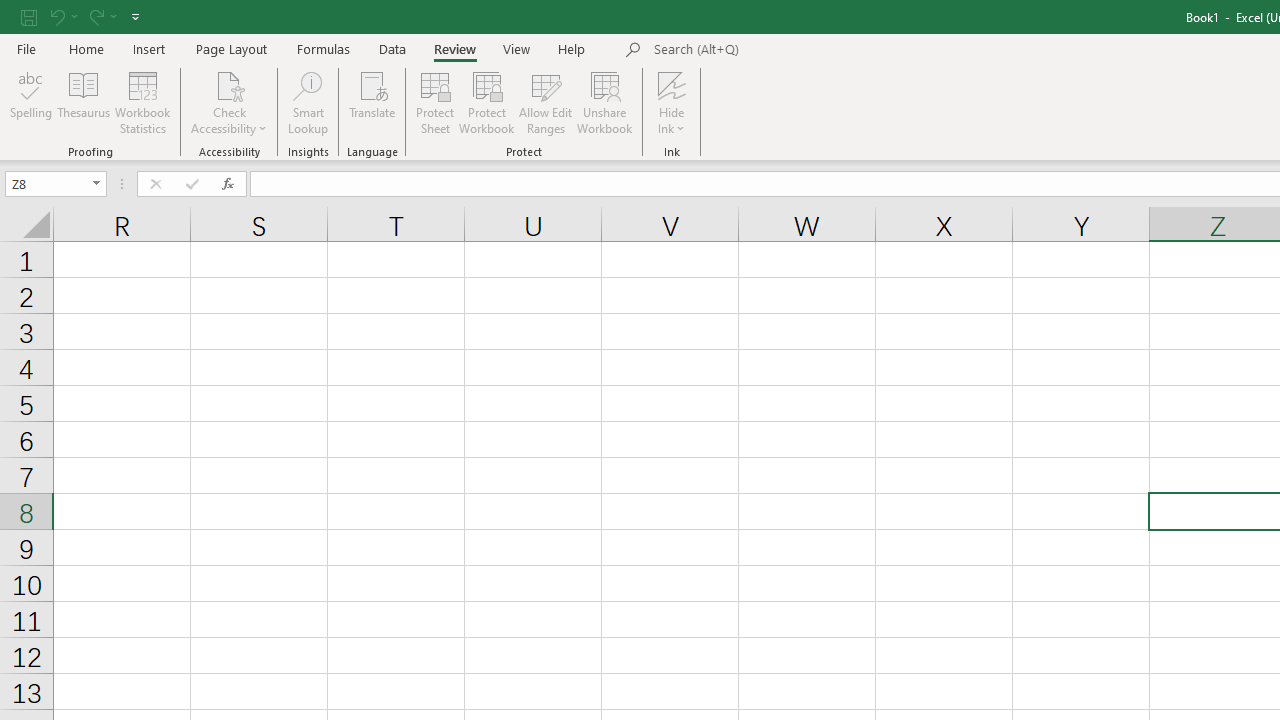 Image resolution: width=1280 pixels, height=720 pixels. Describe the element at coordinates (487, 103) in the screenshot. I see `'Protect Workbook...'` at that location.